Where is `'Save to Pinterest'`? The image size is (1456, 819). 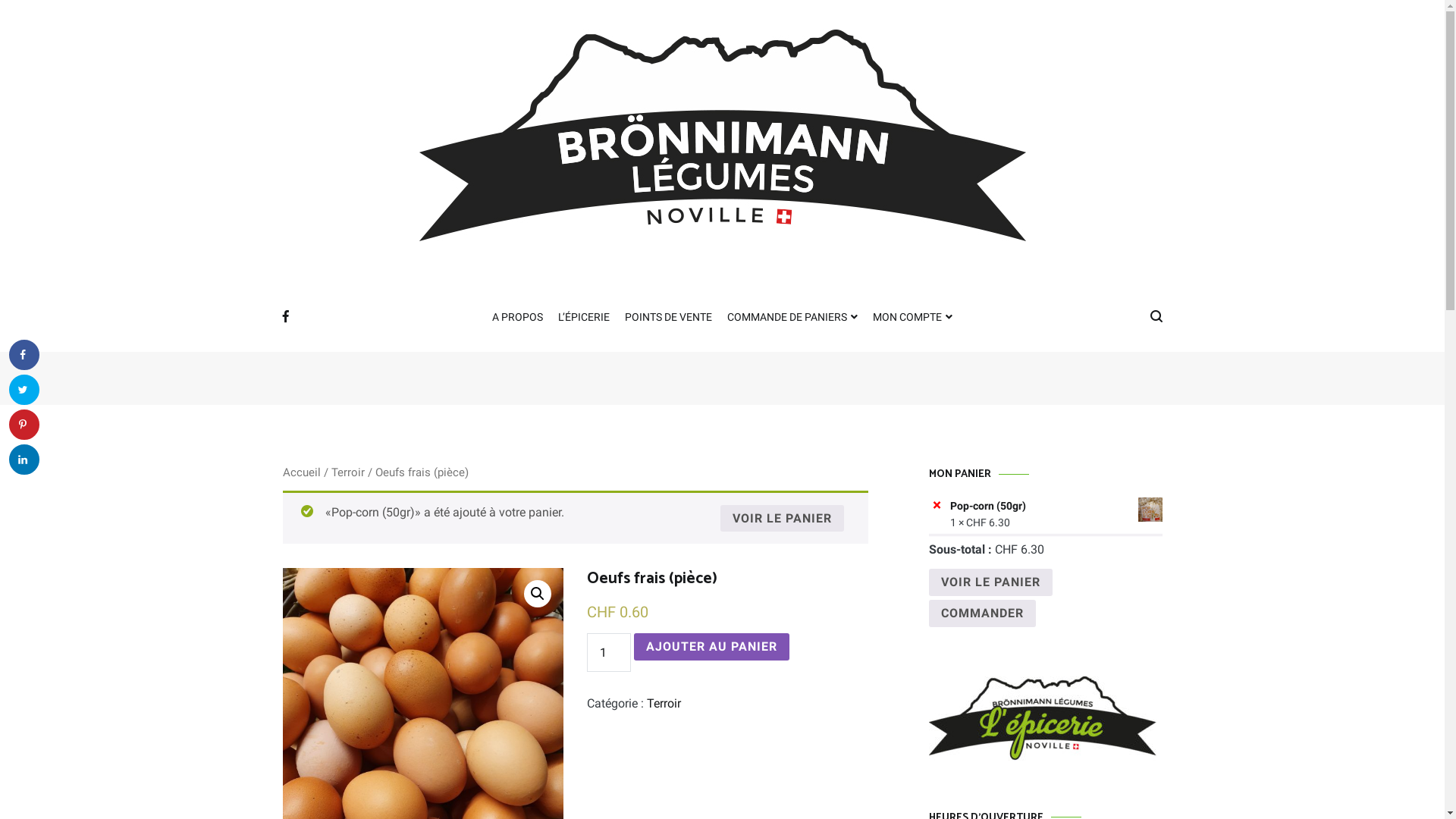
'Save to Pinterest' is located at coordinates (24, 424).